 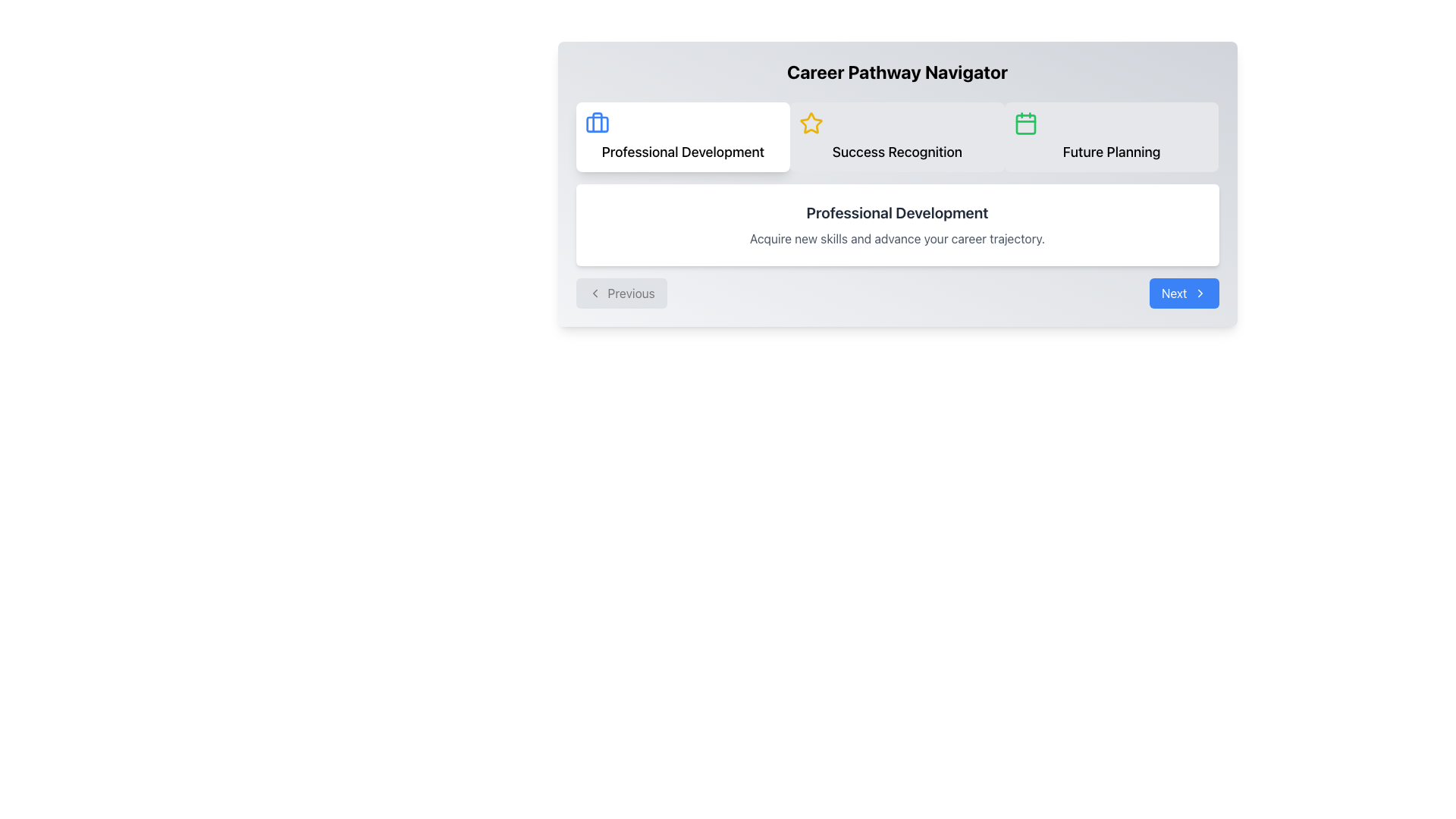 What do you see at coordinates (897, 239) in the screenshot?
I see `the text element that reads 'Acquire new skills and advance your career trajectory.' which is styled in a small, grey font and located beneath the 'Professional Development' header` at bounding box center [897, 239].